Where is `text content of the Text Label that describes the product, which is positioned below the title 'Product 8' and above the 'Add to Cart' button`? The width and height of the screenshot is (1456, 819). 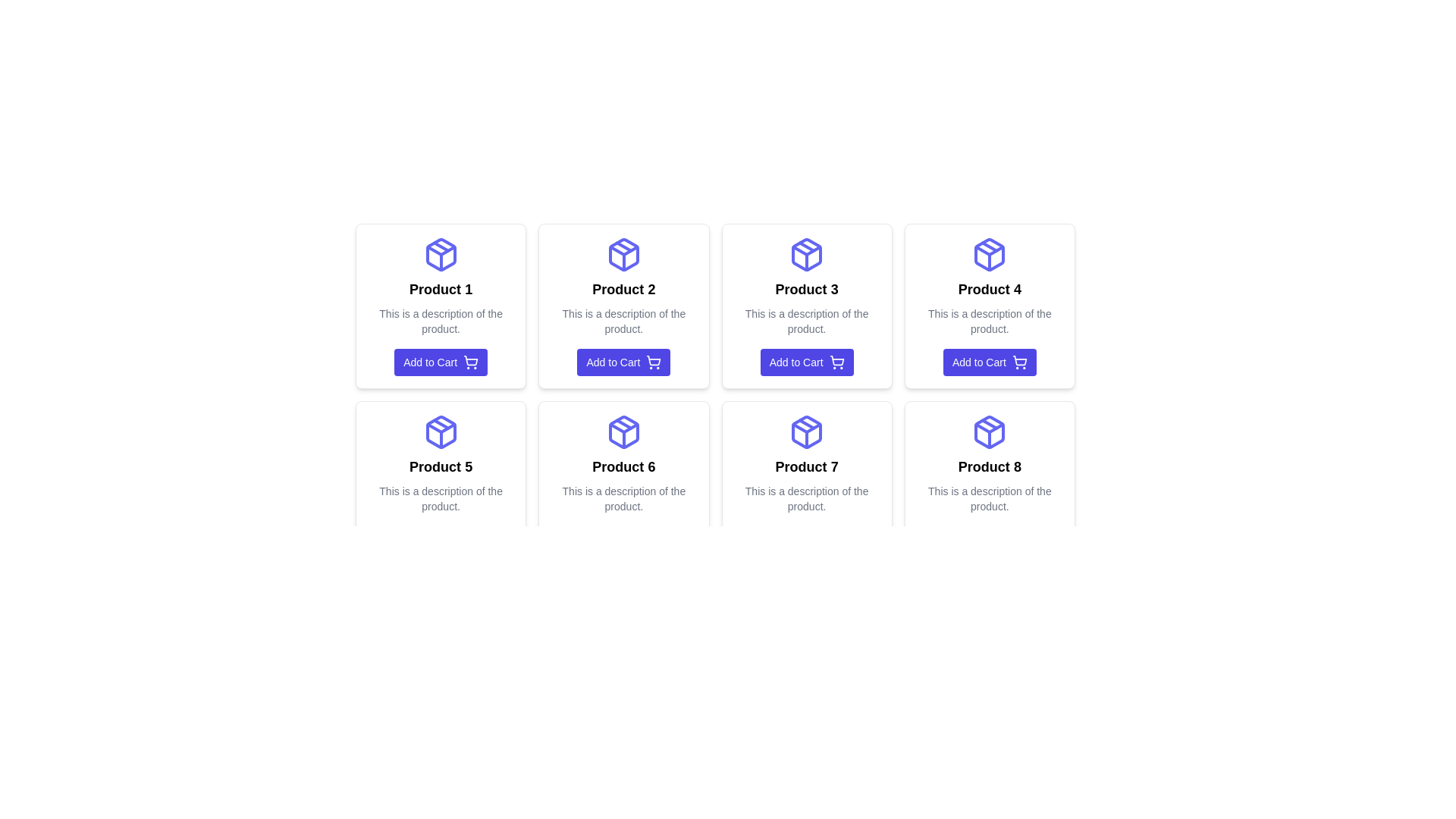 text content of the Text Label that describes the product, which is positioned below the title 'Product 8' and above the 'Add to Cart' button is located at coordinates (990, 499).